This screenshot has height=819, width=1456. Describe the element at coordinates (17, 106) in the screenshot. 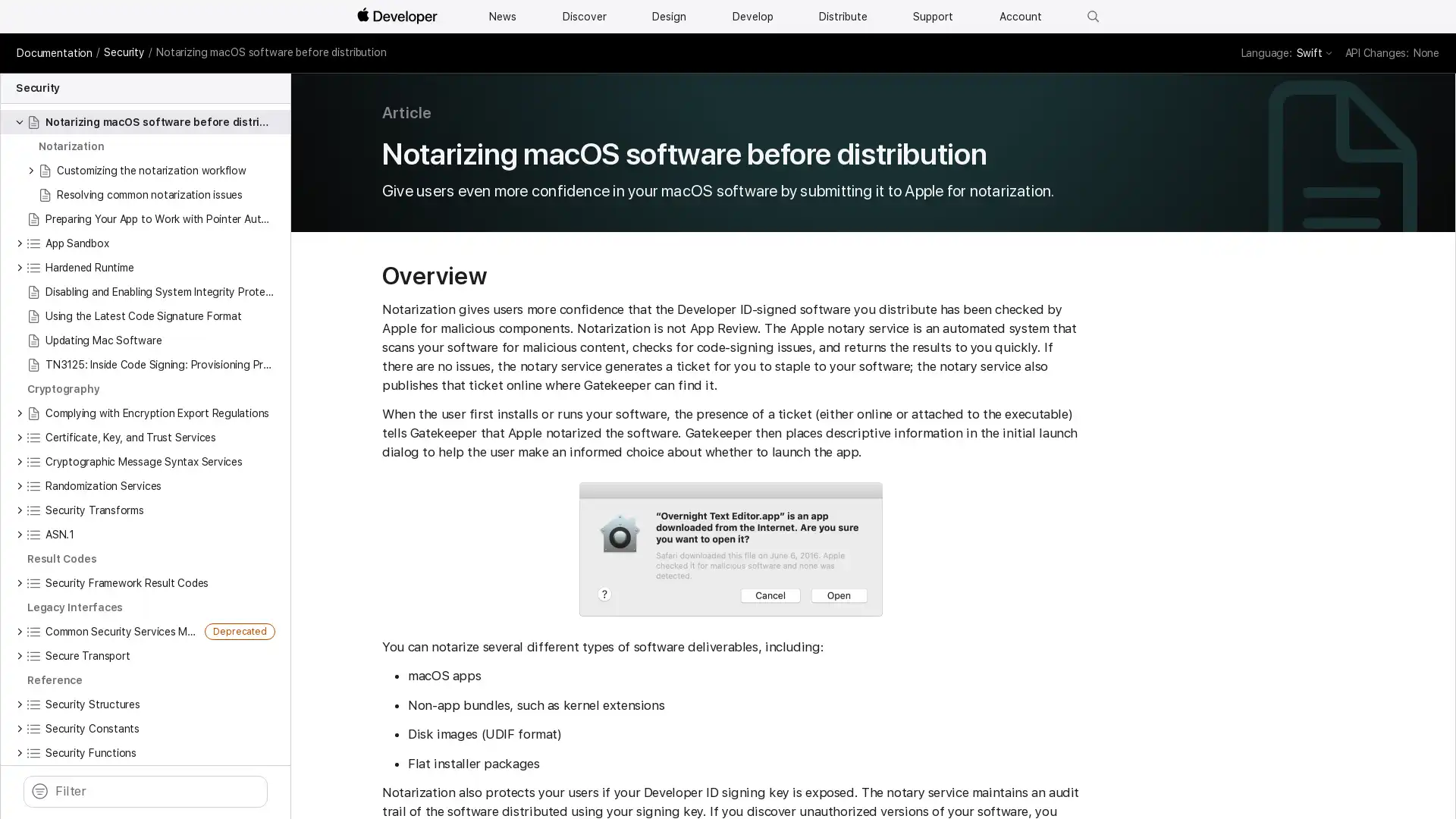

I see `Code Signing Services` at that location.